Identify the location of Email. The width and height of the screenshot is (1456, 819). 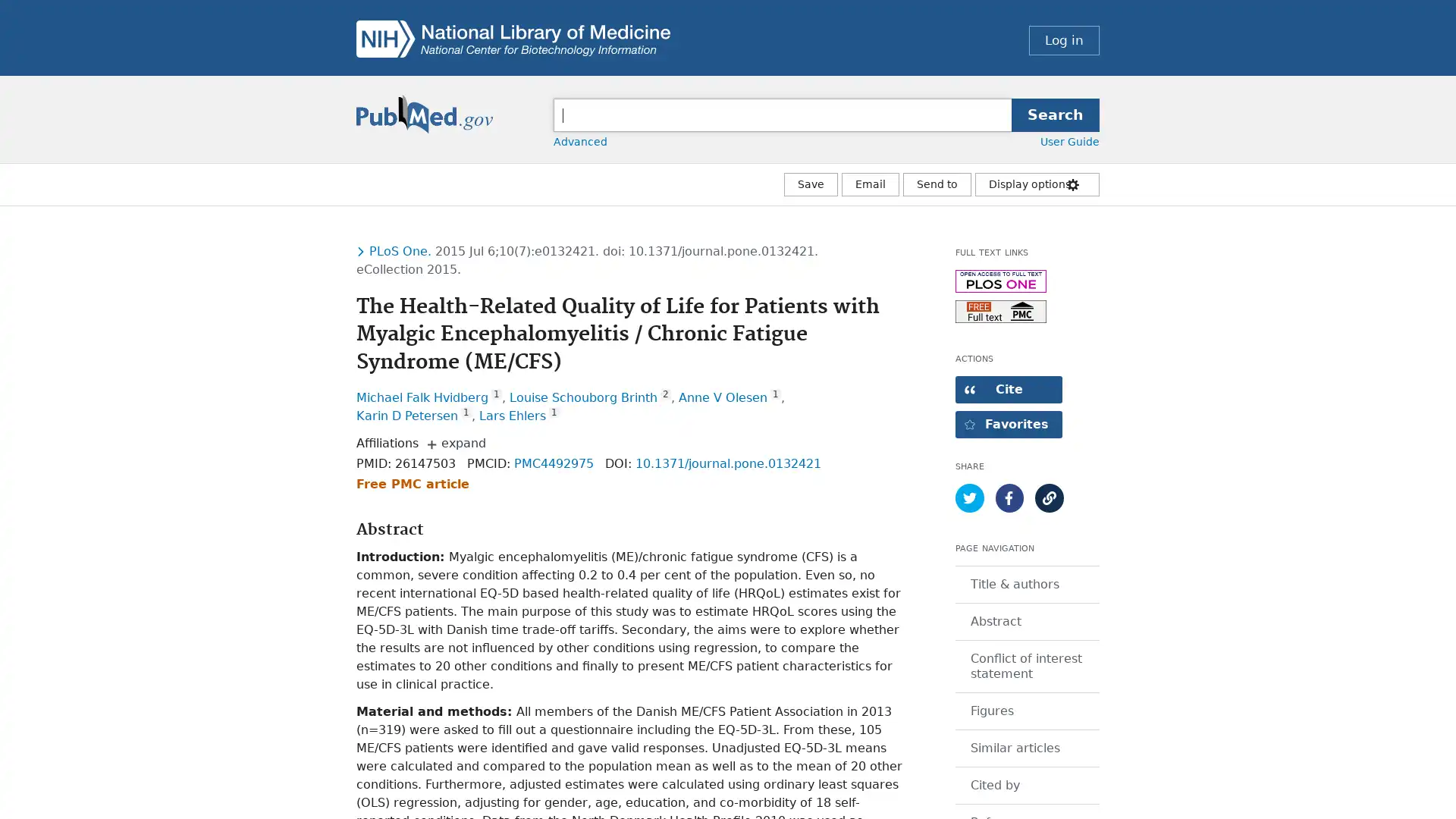
(870, 184).